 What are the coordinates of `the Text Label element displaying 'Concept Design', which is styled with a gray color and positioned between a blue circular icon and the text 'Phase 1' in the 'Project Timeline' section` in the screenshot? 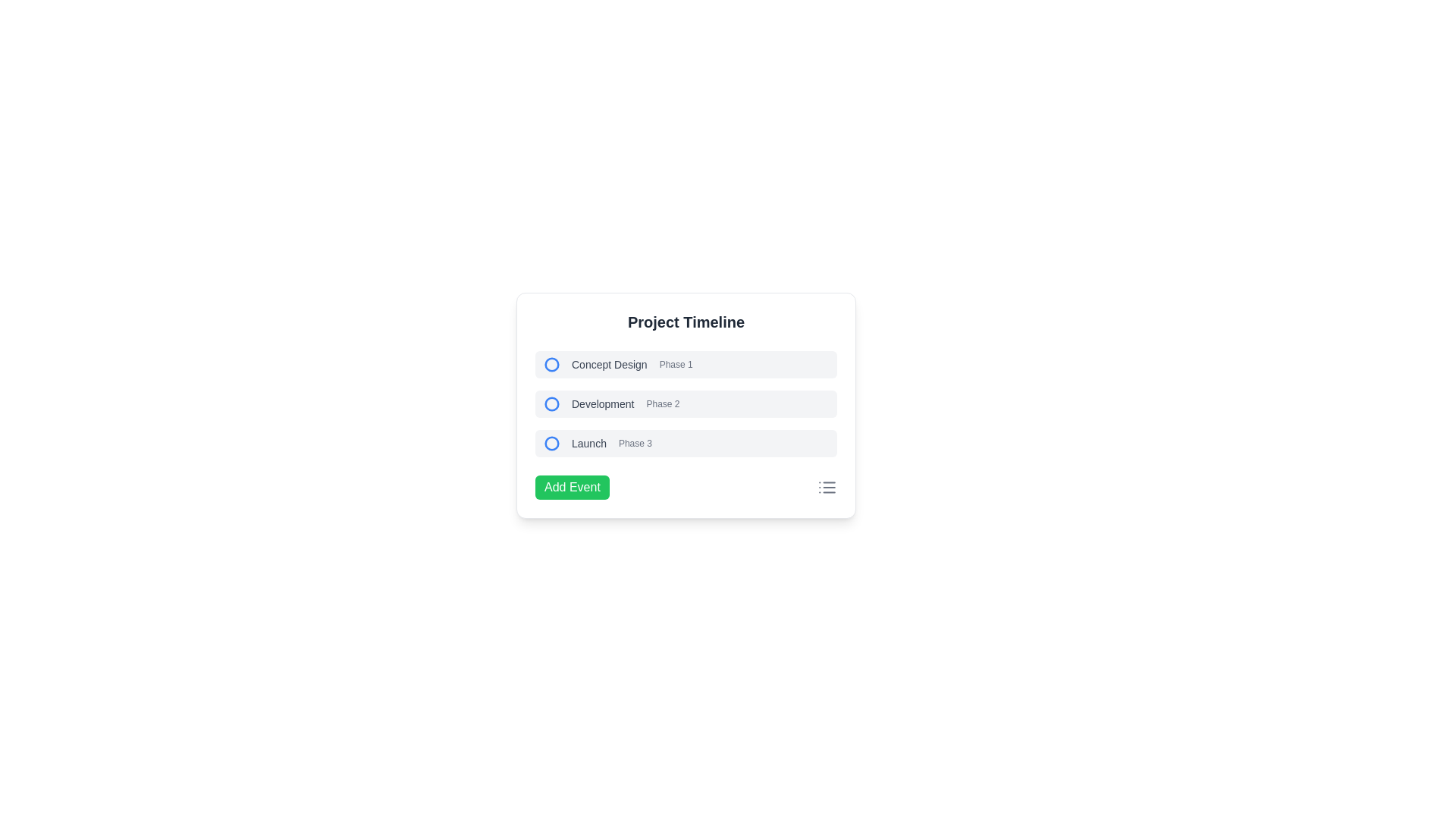 It's located at (609, 365).